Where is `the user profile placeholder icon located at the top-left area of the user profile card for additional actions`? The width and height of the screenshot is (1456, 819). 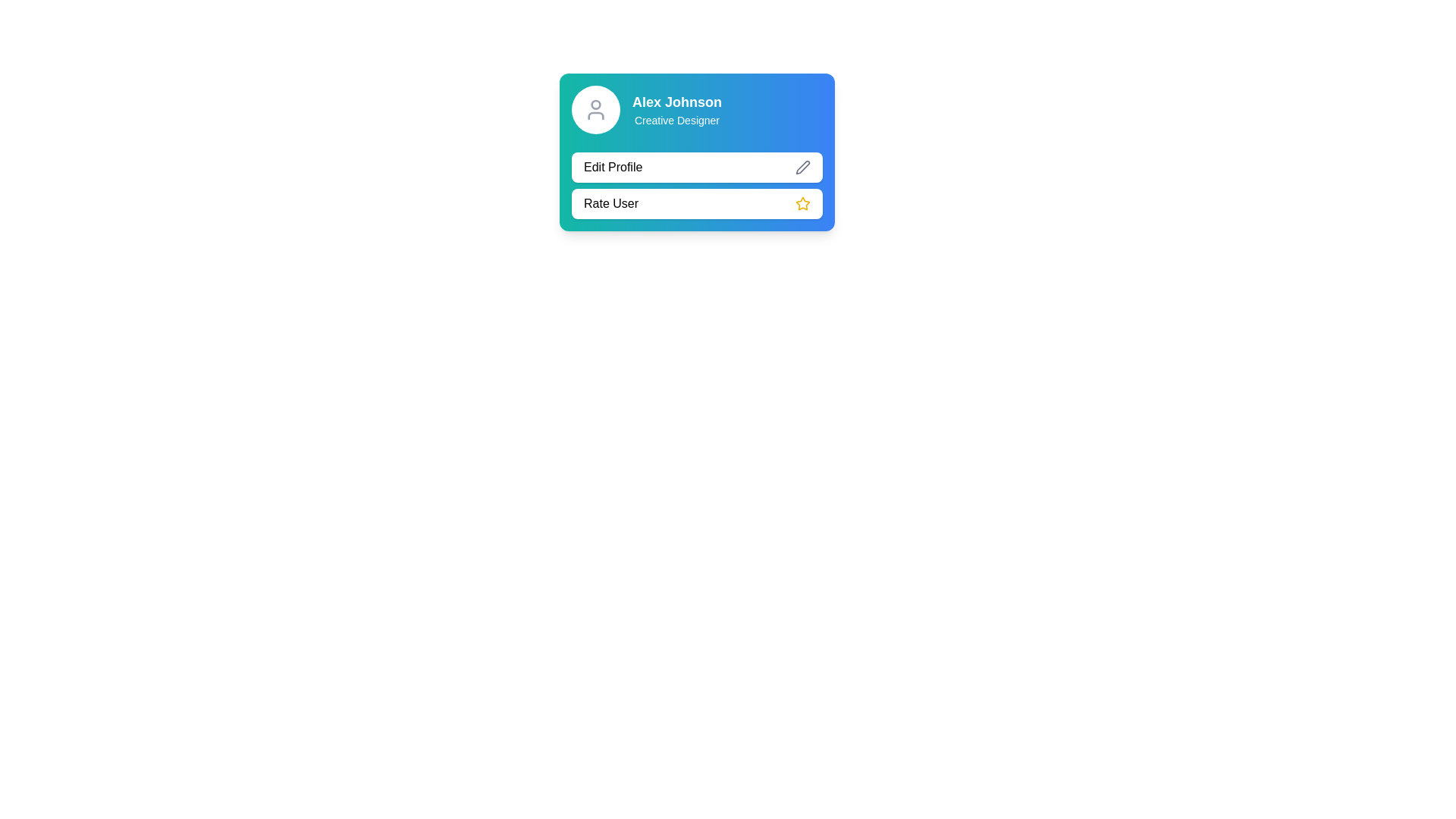
the user profile placeholder icon located at the top-left area of the user profile card for additional actions is located at coordinates (595, 109).